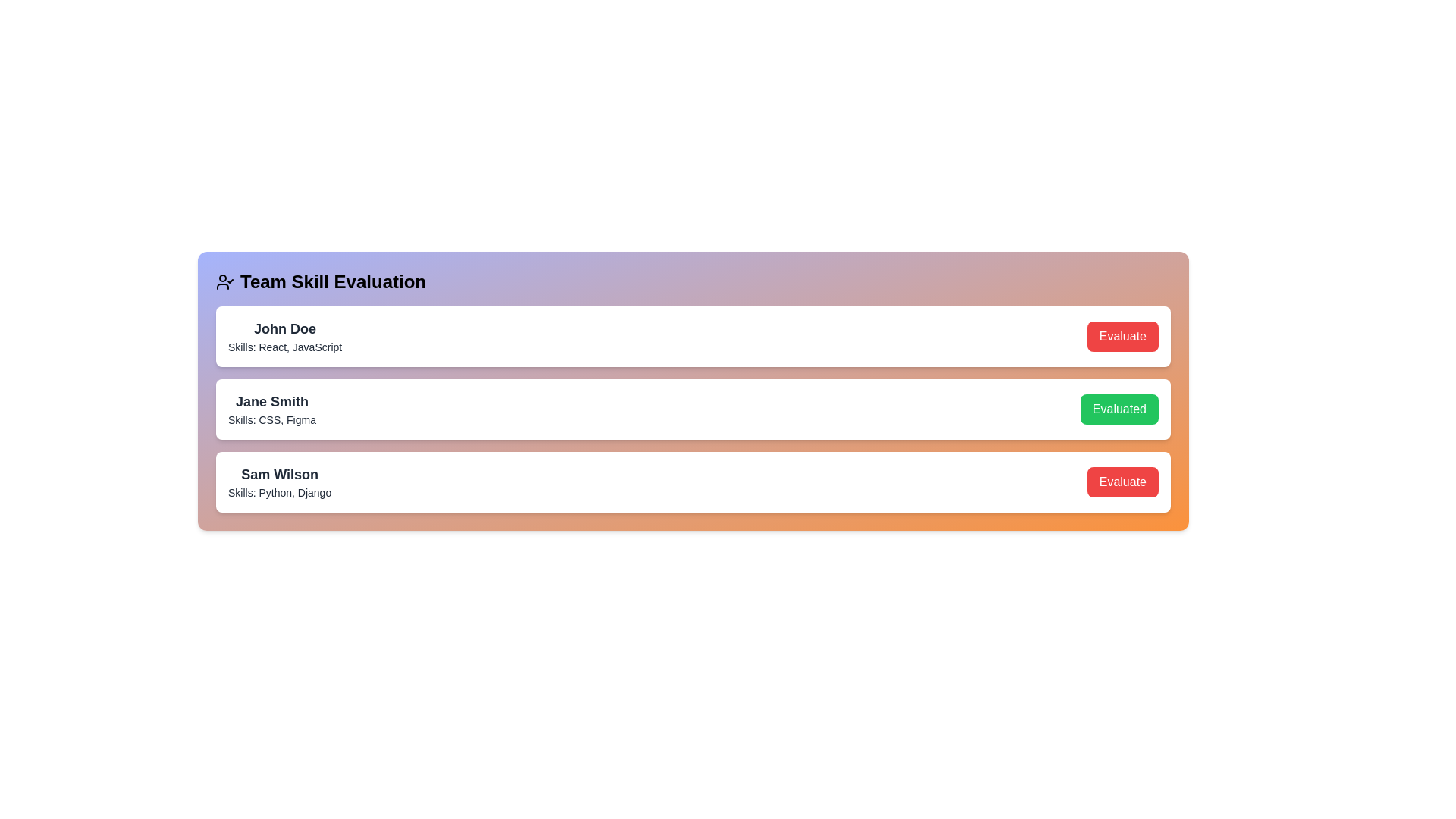 This screenshot has width=1456, height=819. I want to click on the text block displaying the name and skills of the team member, so click(285, 335).